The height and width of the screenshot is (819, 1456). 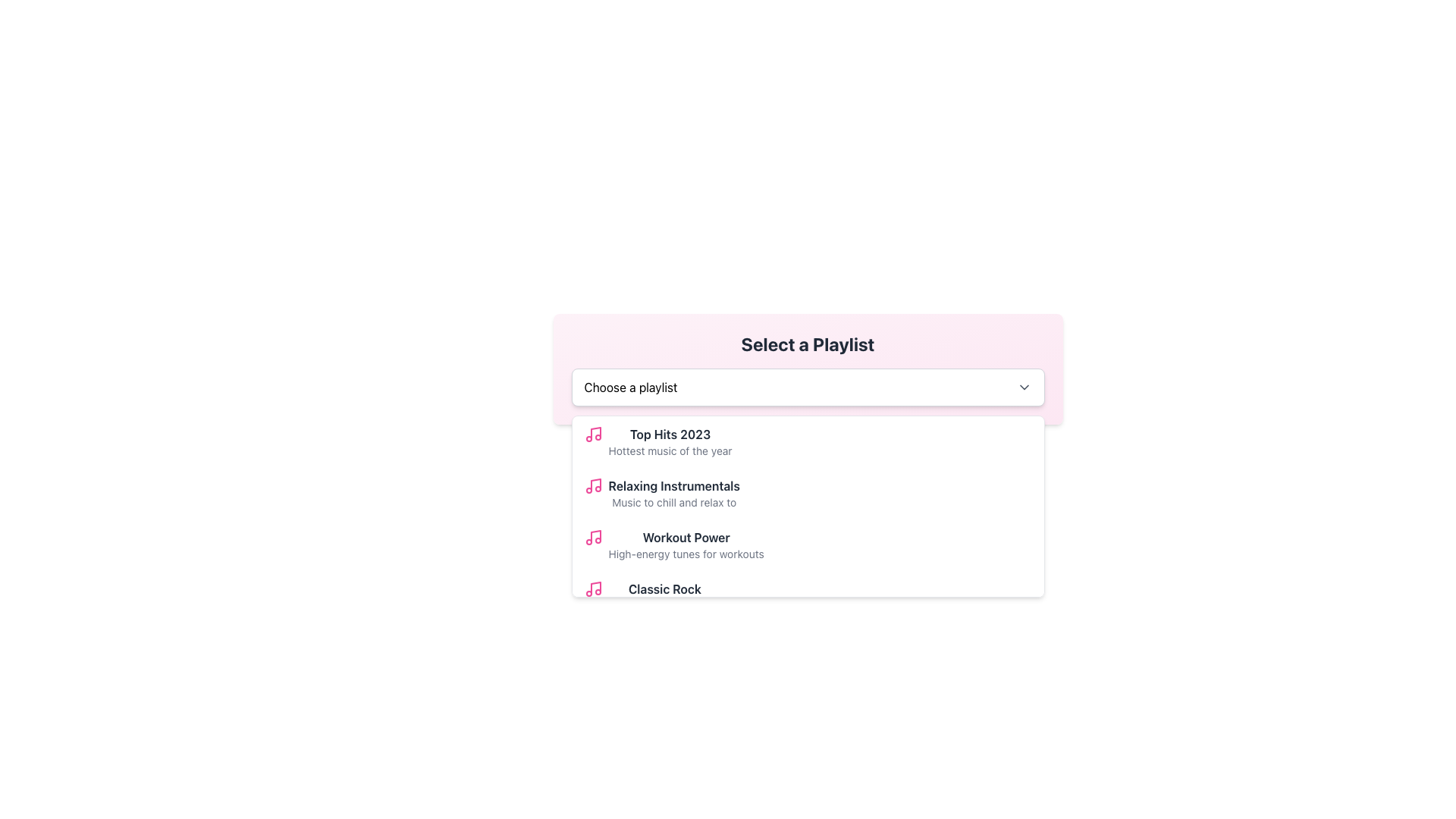 What do you see at coordinates (807, 544) in the screenshot?
I see `on the third item in the playlist selection dropdown menu labeled 'Workout Power'` at bounding box center [807, 544].